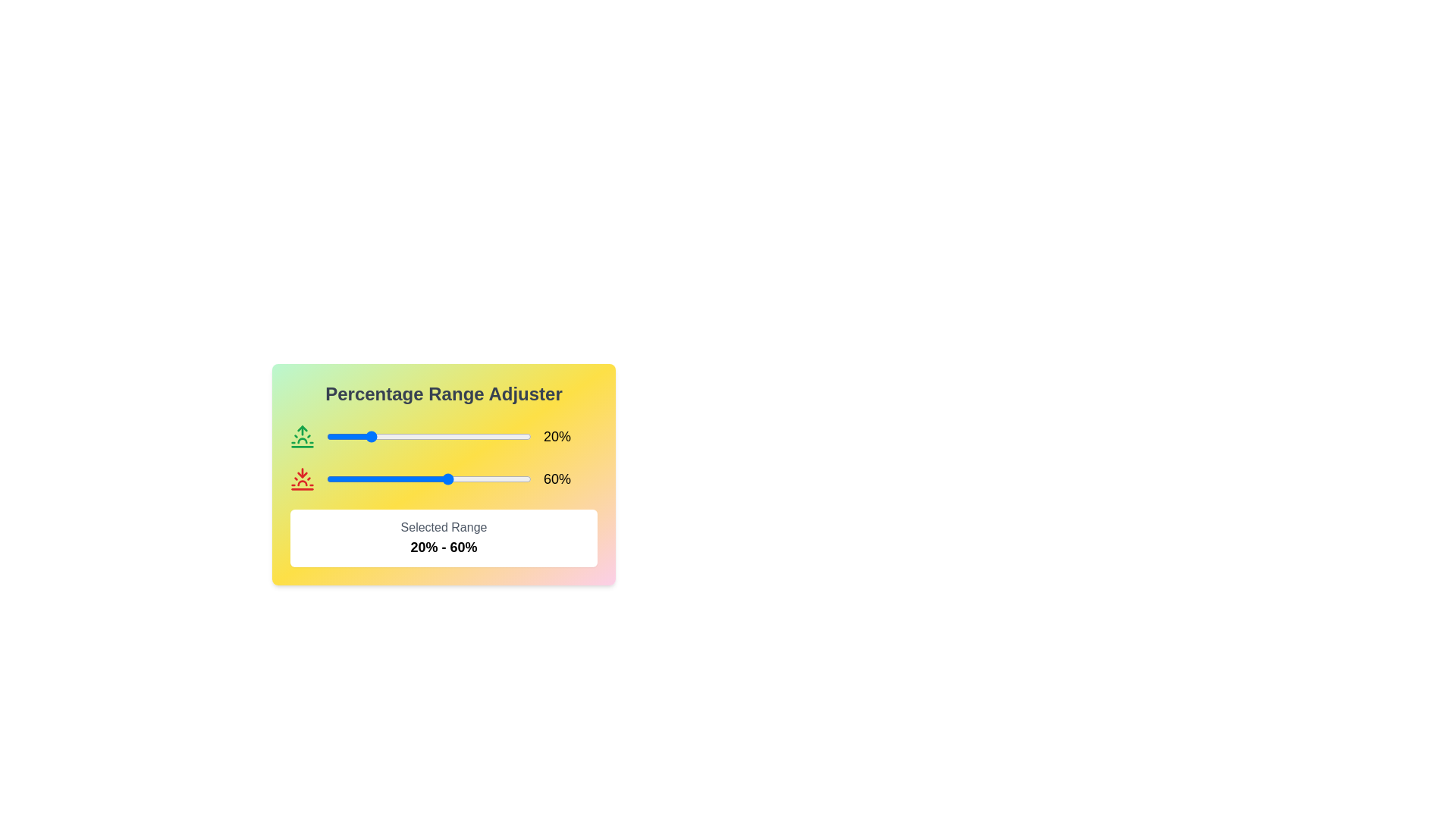 Image resolution: width=1456 pixels, height=819 pixels. Describe the element at coordinates (402, 479) in the screenshot. I see `the slider position` at that location.